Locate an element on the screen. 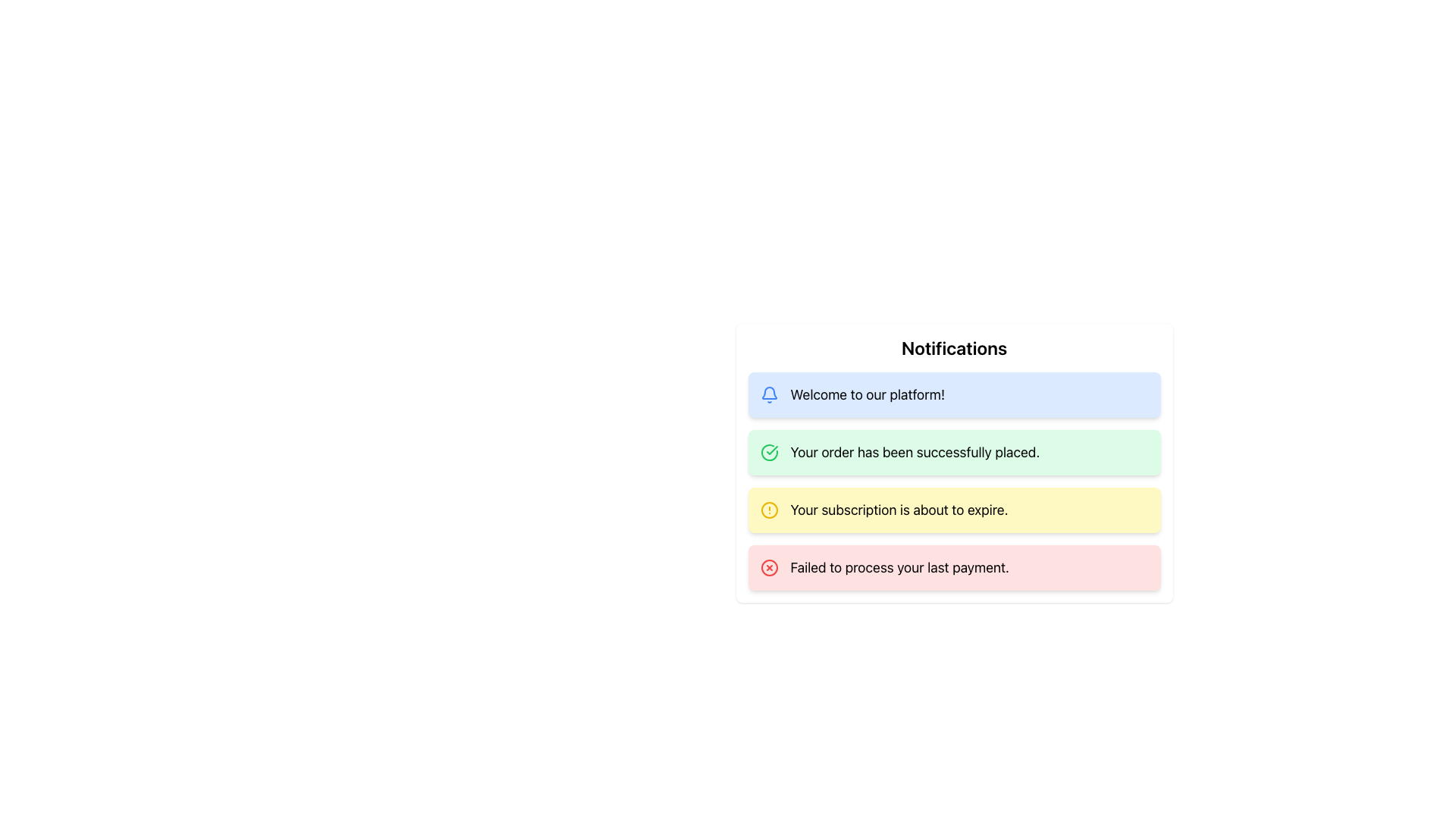  subscription expiration notification message, which is the third in a vertical list of notifications, positioned between a green notification confirming an order and a red notification indicating a payment failure is located at coordinates (953, 510).